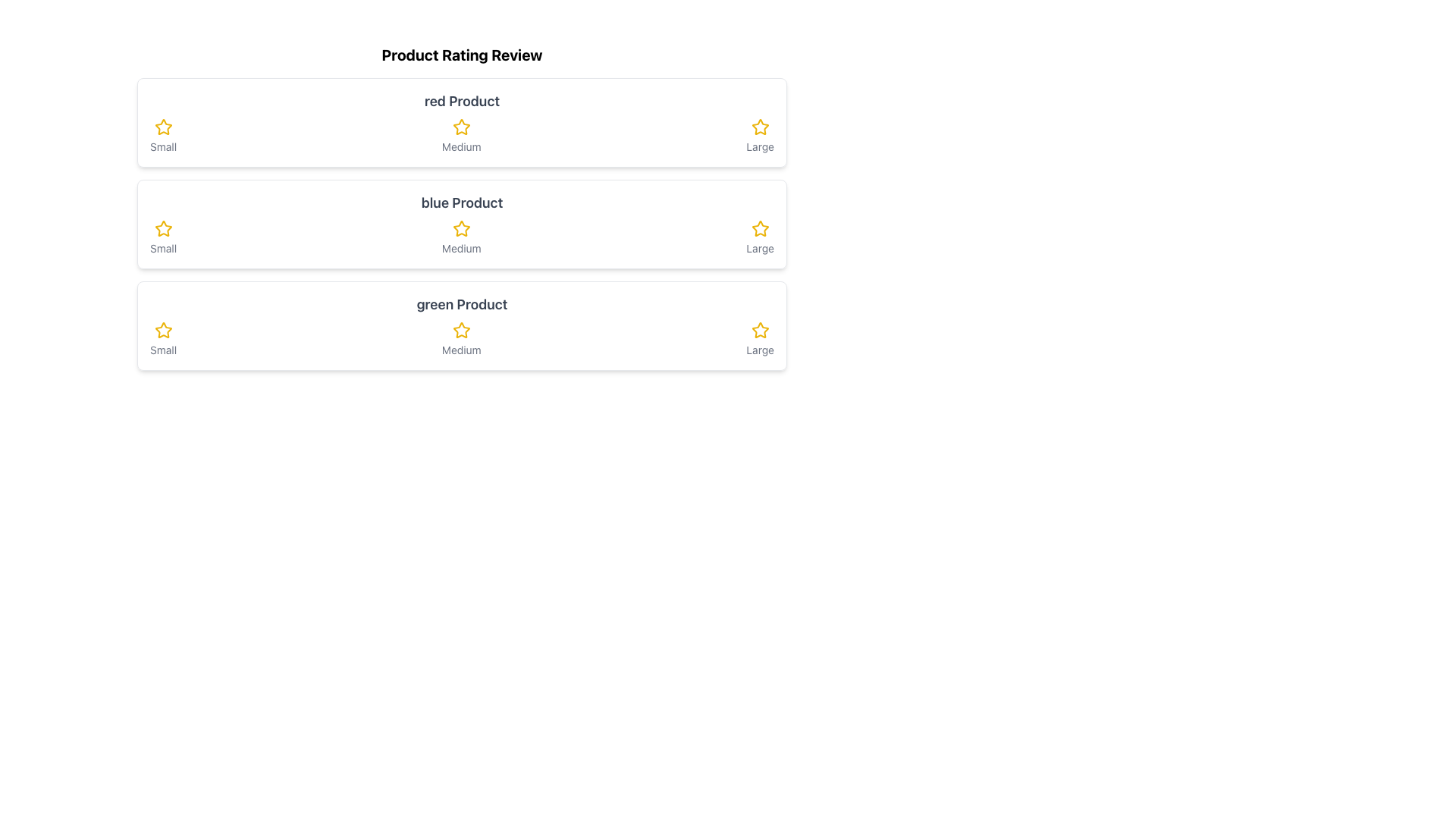 This screenshot has width=1456, height=819. I want to click on the yellow outlined hollow star icon associated with the 'Medium' rating in the first rating group of the 'red Product' section, so click(460, 126).